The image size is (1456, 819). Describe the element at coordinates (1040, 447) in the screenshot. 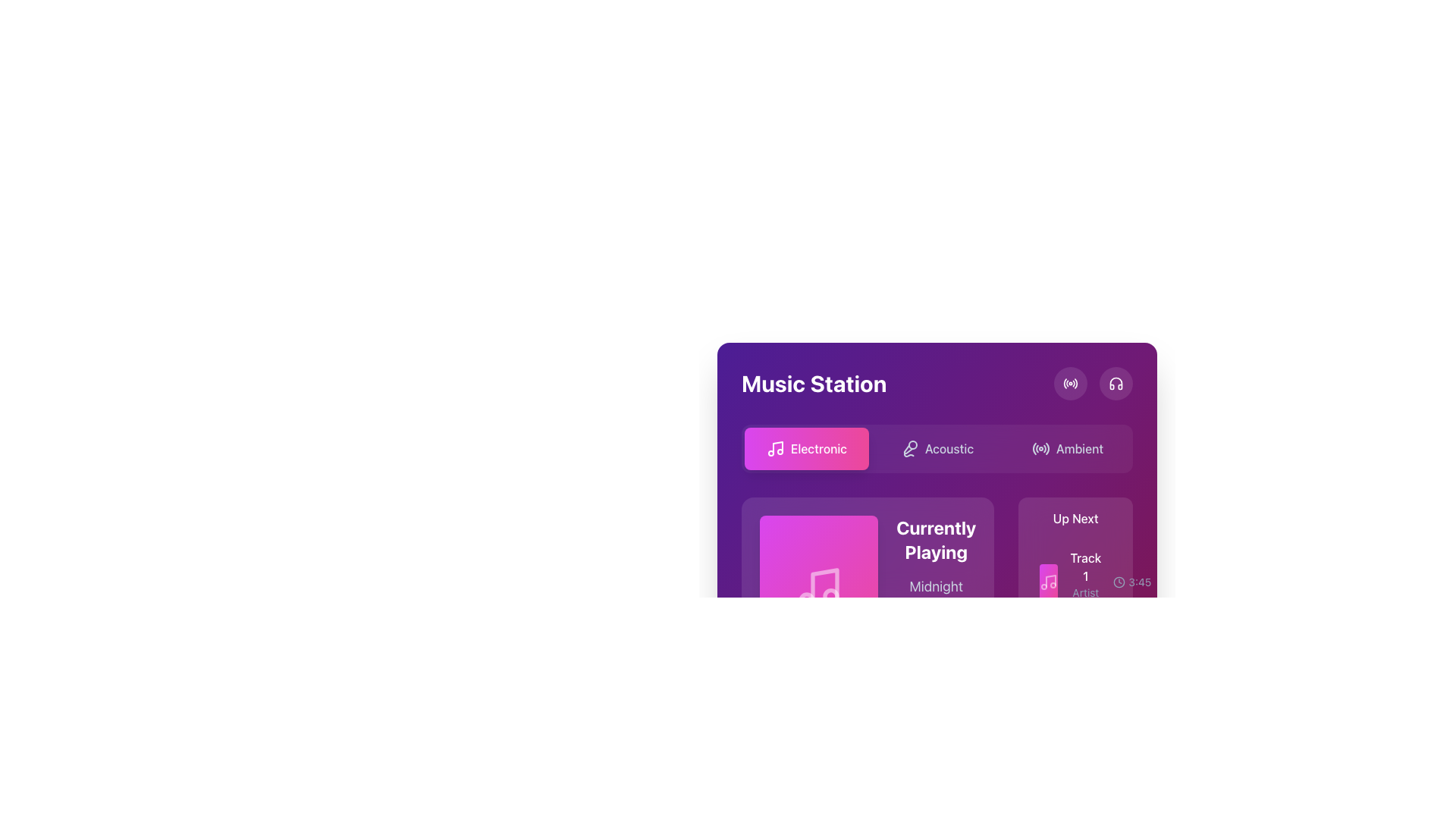

I see `the leftmost radio wave icon within the 'Ambient' selection button` at that location.